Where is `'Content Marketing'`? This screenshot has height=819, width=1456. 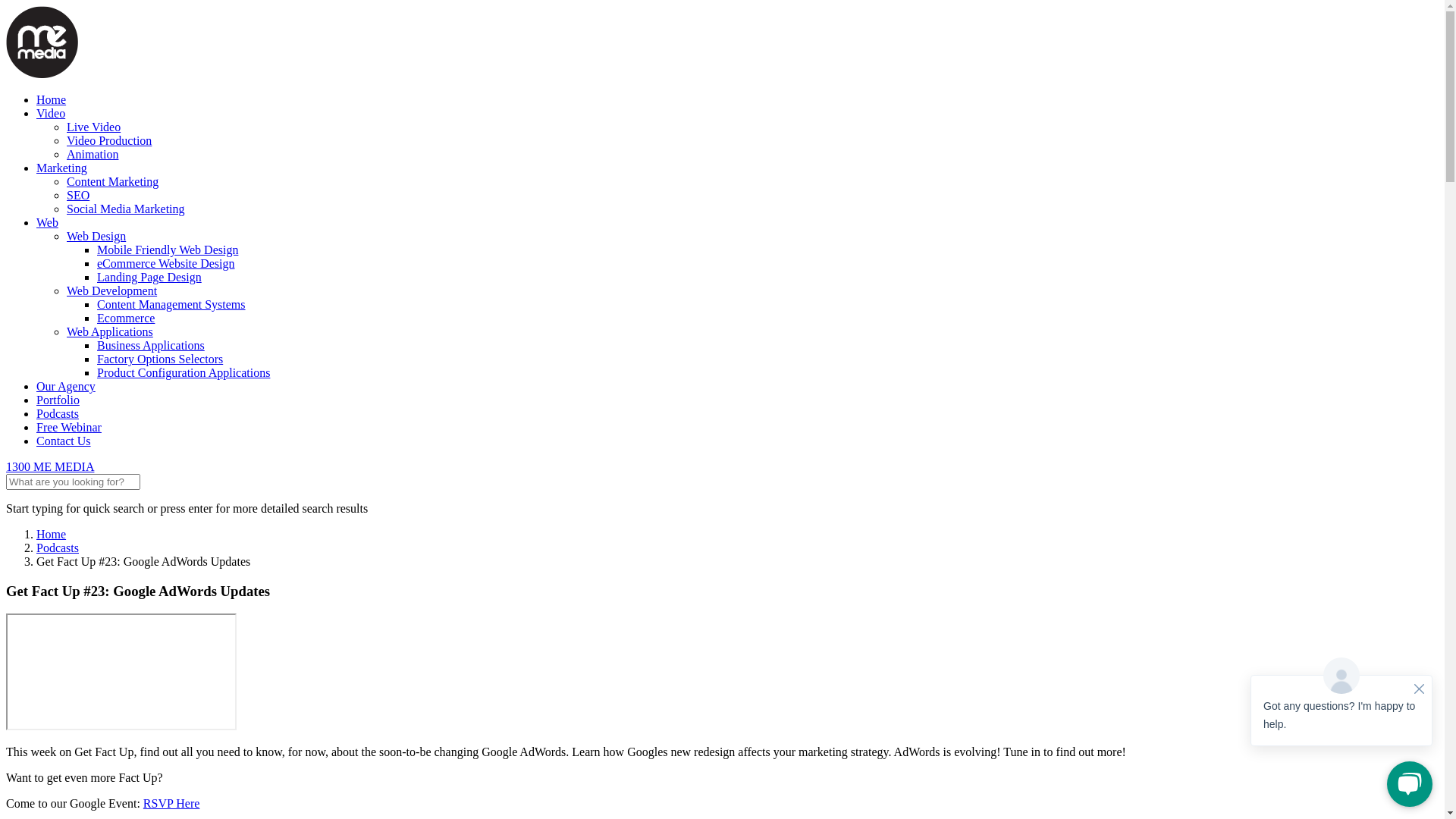
'Content Marketing' is located at coordinates (65, 180).